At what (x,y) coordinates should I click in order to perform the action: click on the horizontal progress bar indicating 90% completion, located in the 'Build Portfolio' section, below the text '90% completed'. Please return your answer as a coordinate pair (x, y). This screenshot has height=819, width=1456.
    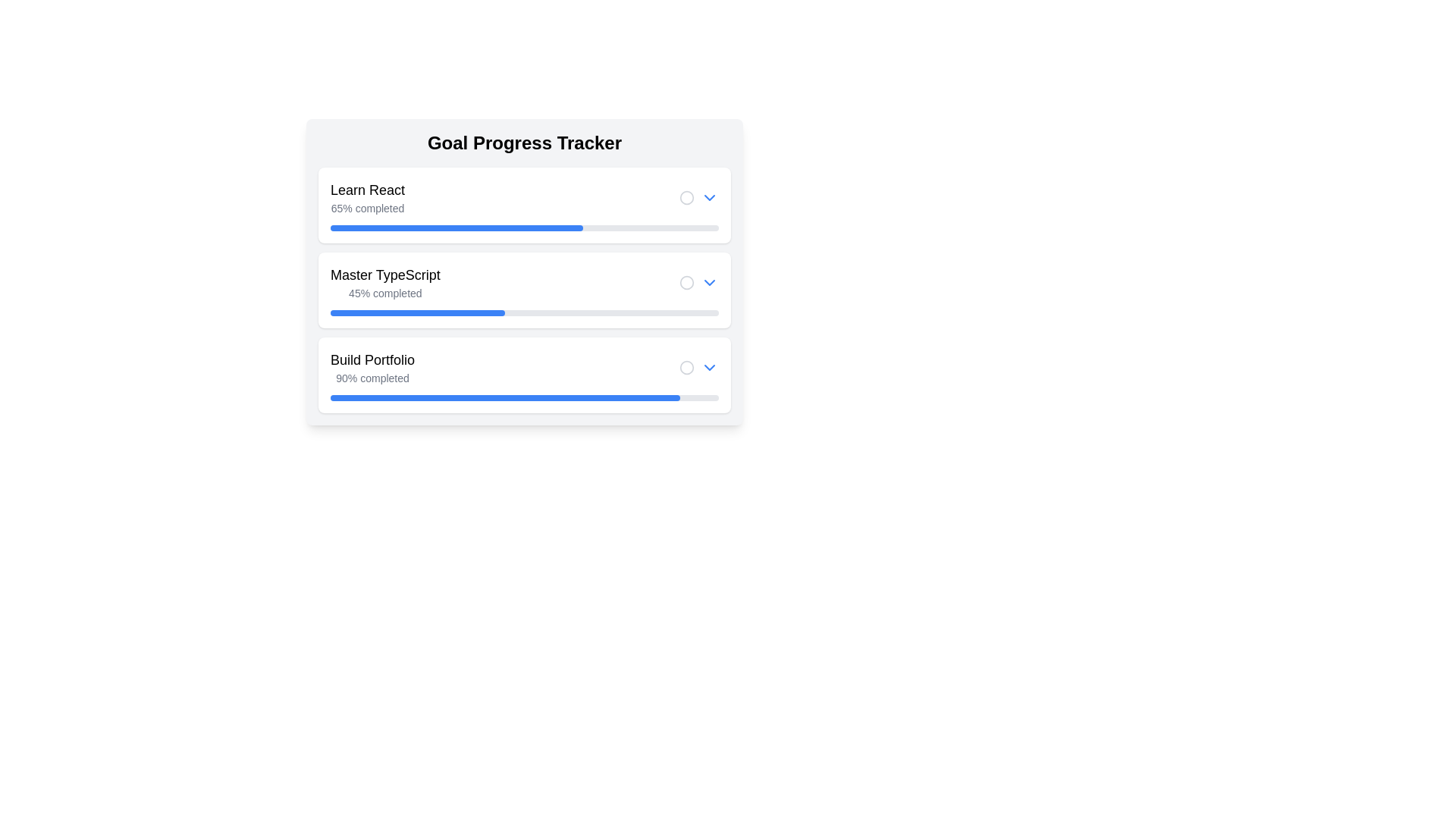
    Looking at the image, I should click on (524, 397).